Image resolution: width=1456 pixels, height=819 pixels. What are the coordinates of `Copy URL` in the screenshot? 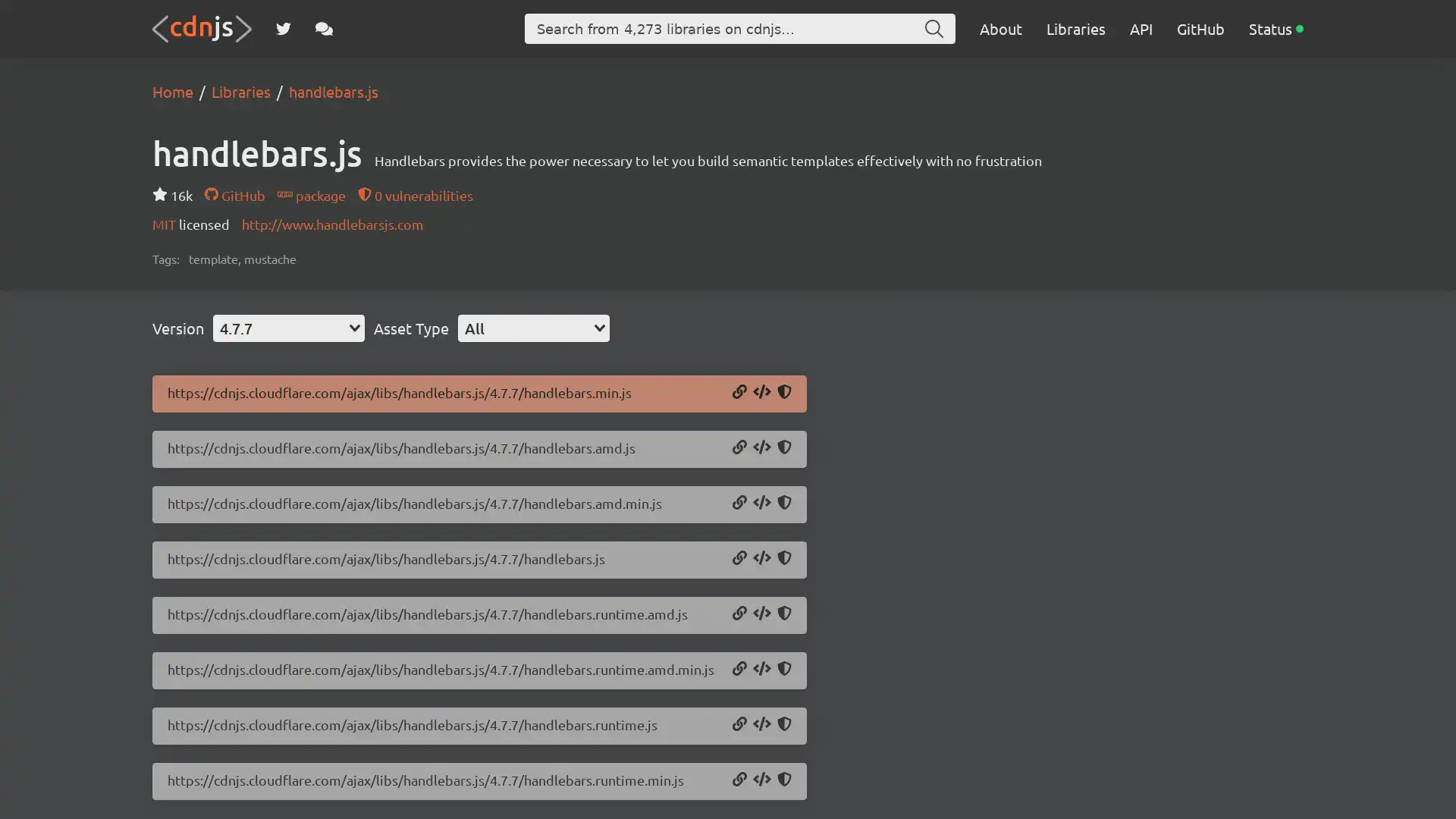 It's located at (739, 724).